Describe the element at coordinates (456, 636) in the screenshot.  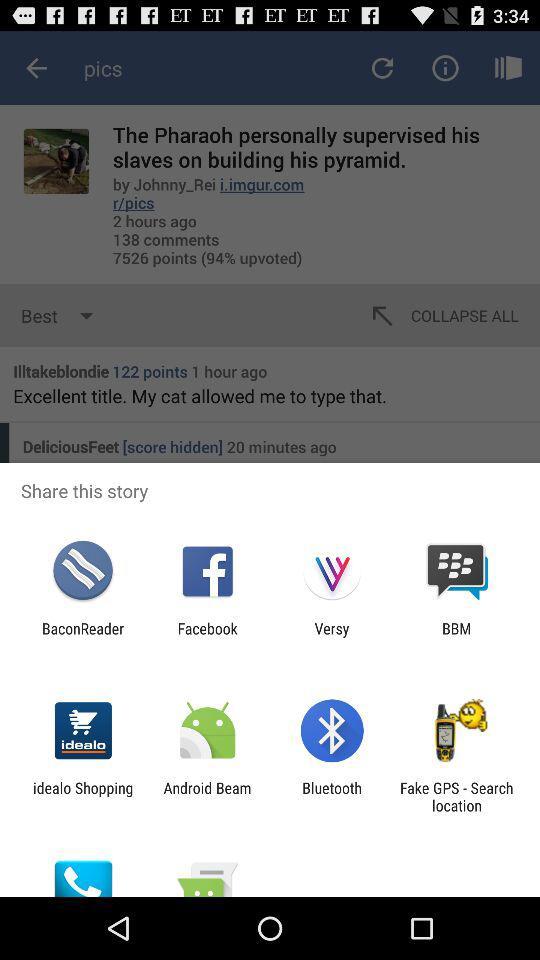
I see `the app next to the versy icon` at that location.